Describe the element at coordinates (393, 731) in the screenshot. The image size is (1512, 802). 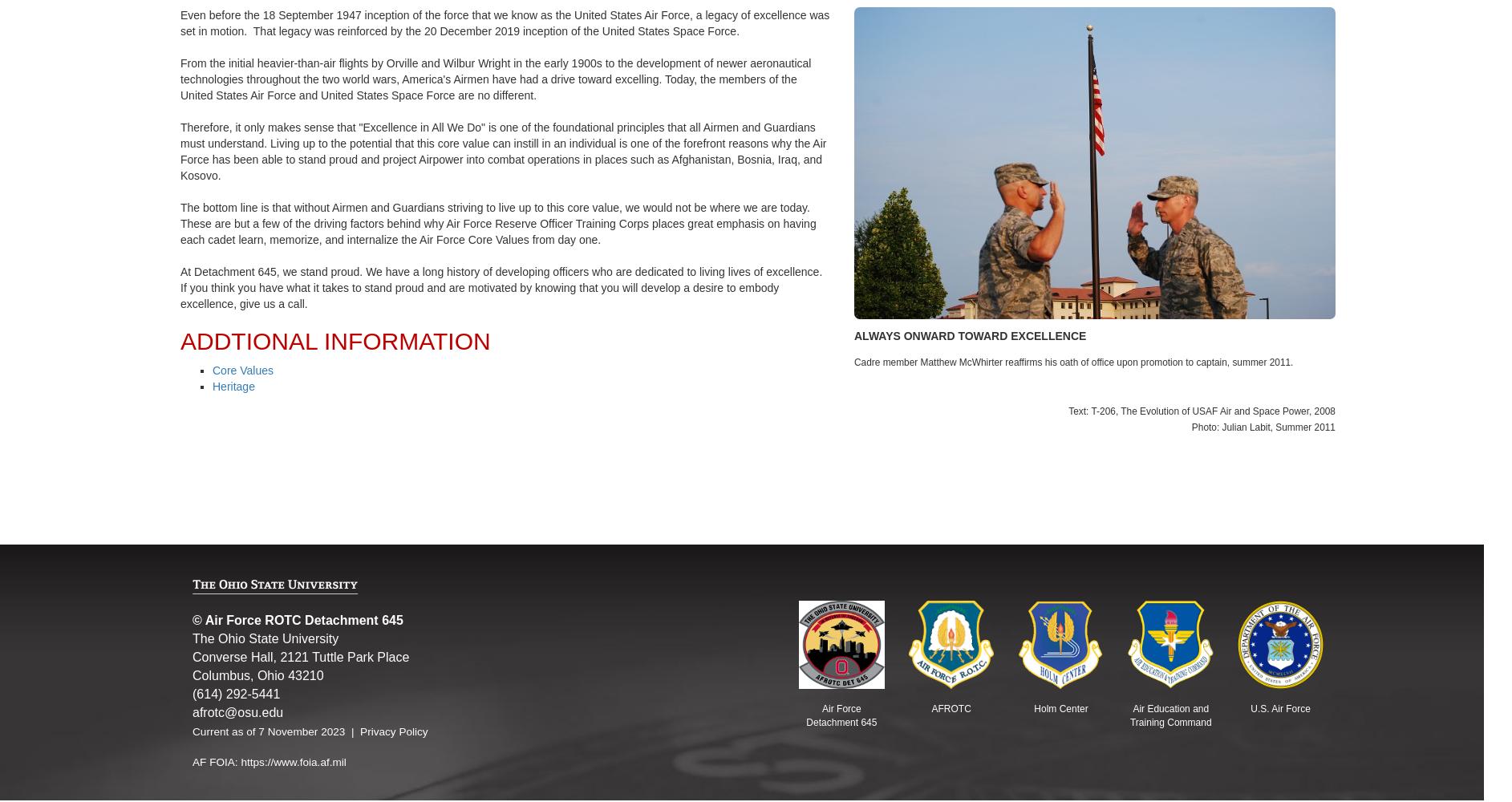
I see `'Privacy Policy'` at that location.